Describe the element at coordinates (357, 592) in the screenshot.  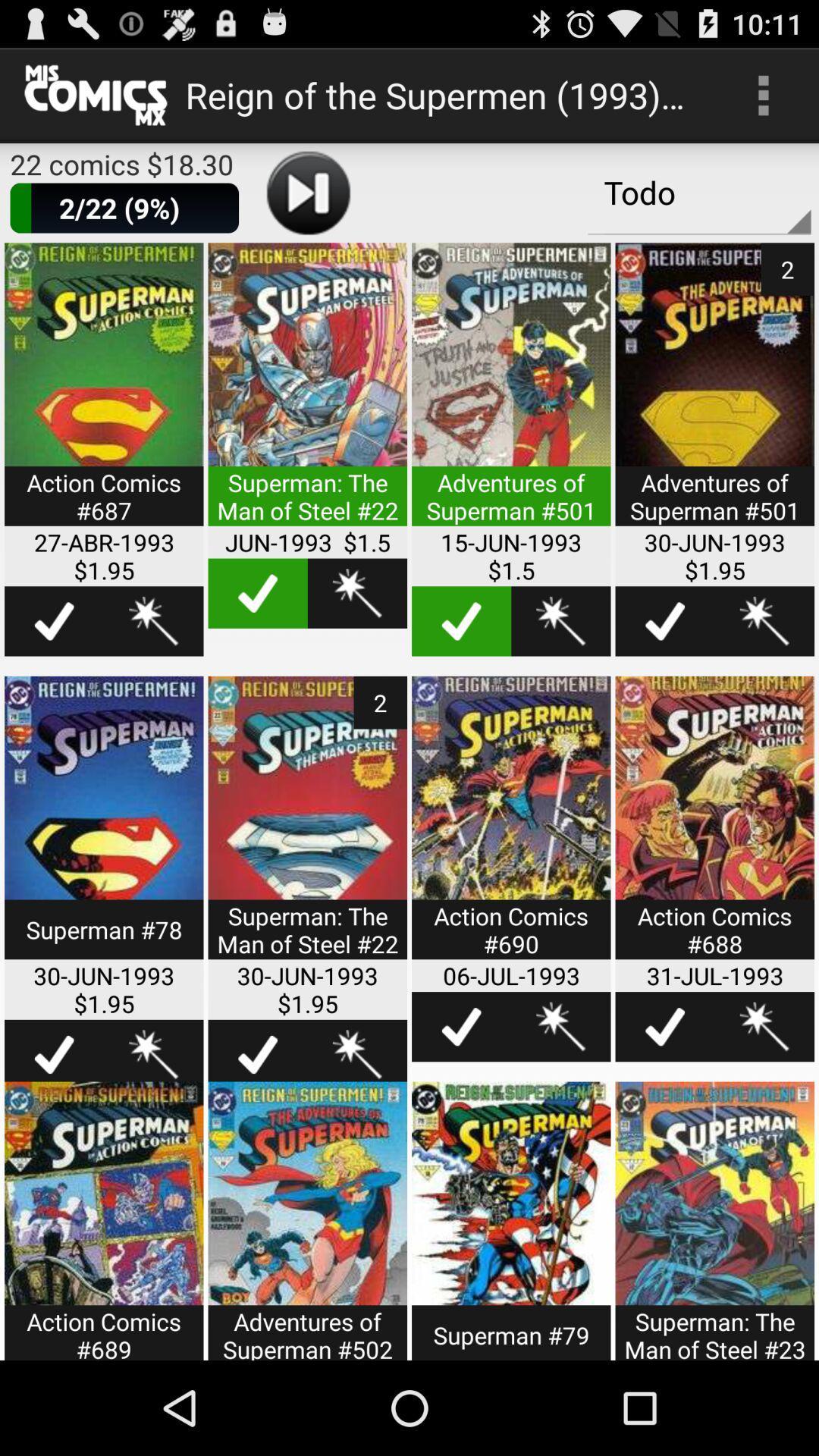
I see `to wishlist` at that location.